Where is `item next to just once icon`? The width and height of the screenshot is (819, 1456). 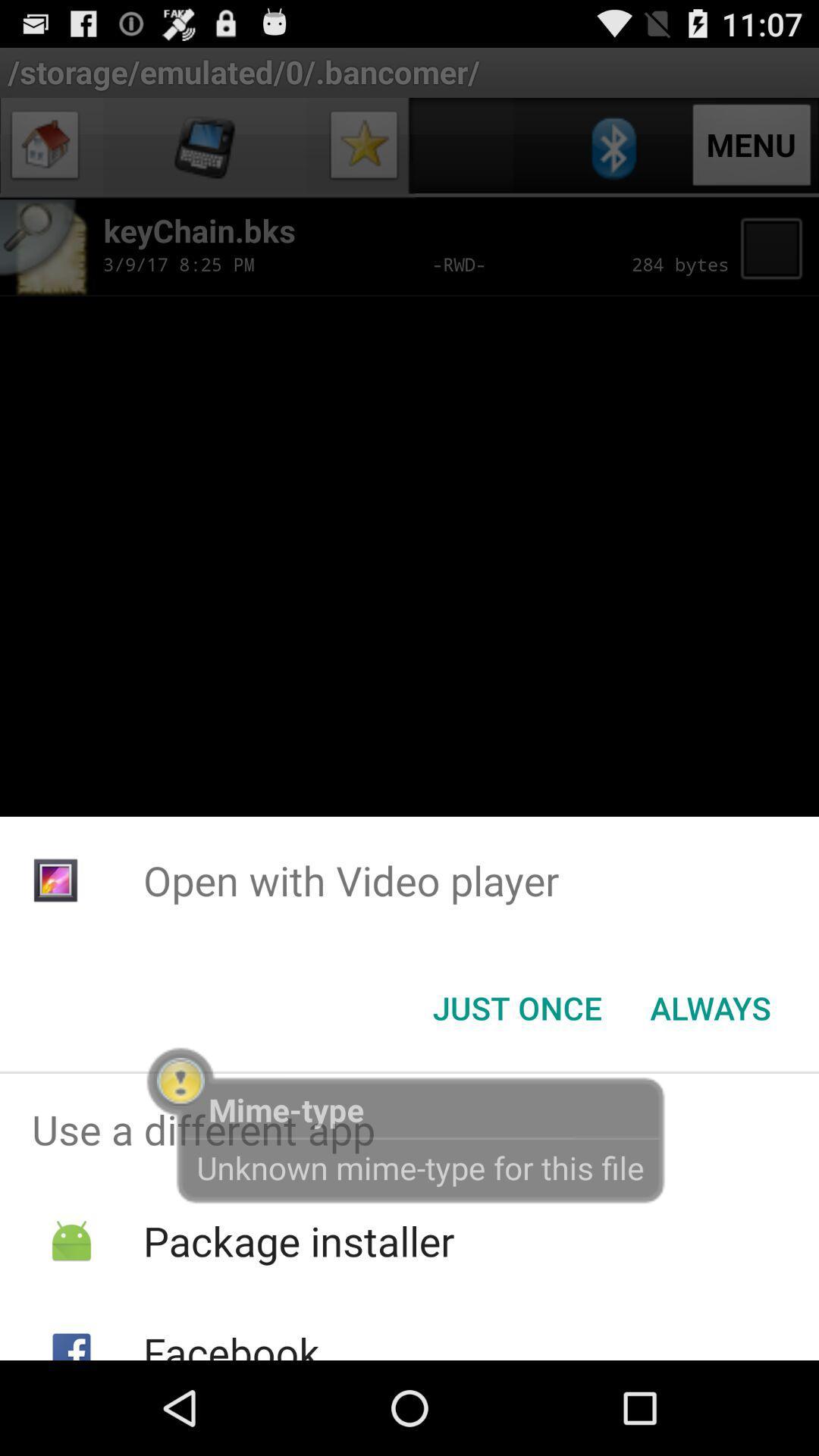 item next to just once icon is located at coordinates (711, 1008).